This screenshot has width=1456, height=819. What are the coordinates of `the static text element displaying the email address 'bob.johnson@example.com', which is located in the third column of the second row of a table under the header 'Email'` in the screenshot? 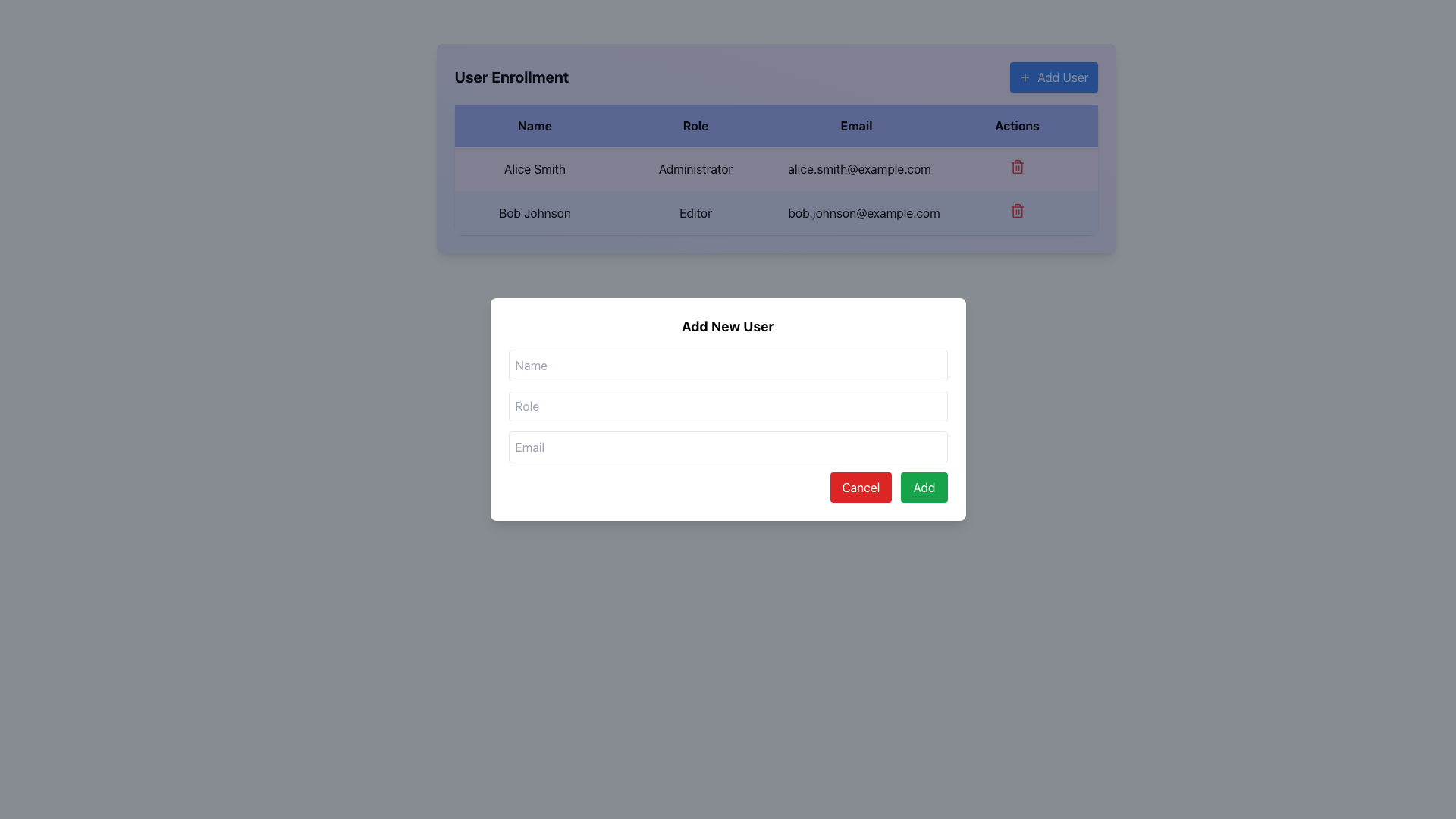 It's located at (856, 213).